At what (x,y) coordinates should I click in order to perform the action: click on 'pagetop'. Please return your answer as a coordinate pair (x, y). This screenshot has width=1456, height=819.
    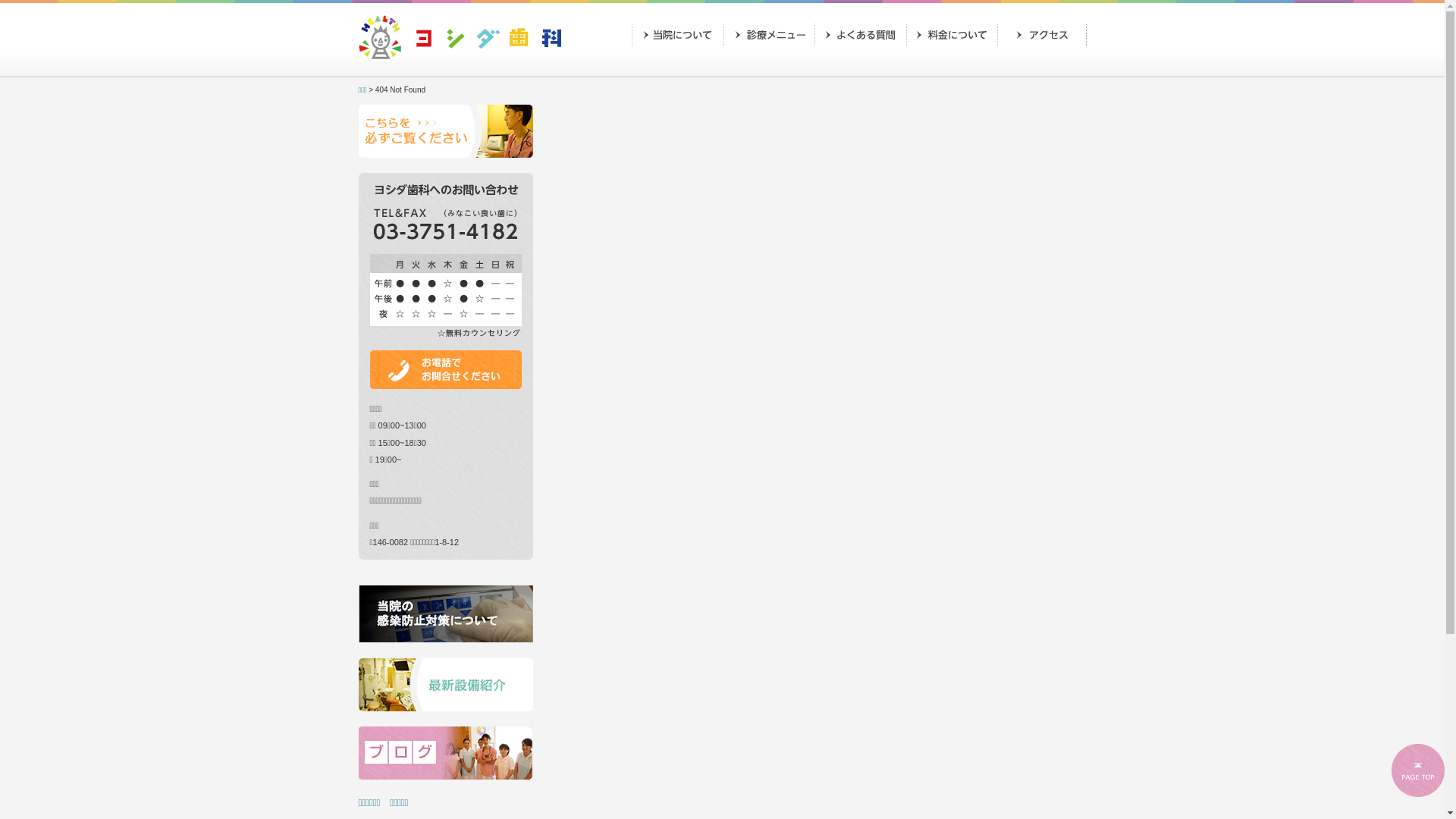
    Looking at the image, I should click on (1417, 770).